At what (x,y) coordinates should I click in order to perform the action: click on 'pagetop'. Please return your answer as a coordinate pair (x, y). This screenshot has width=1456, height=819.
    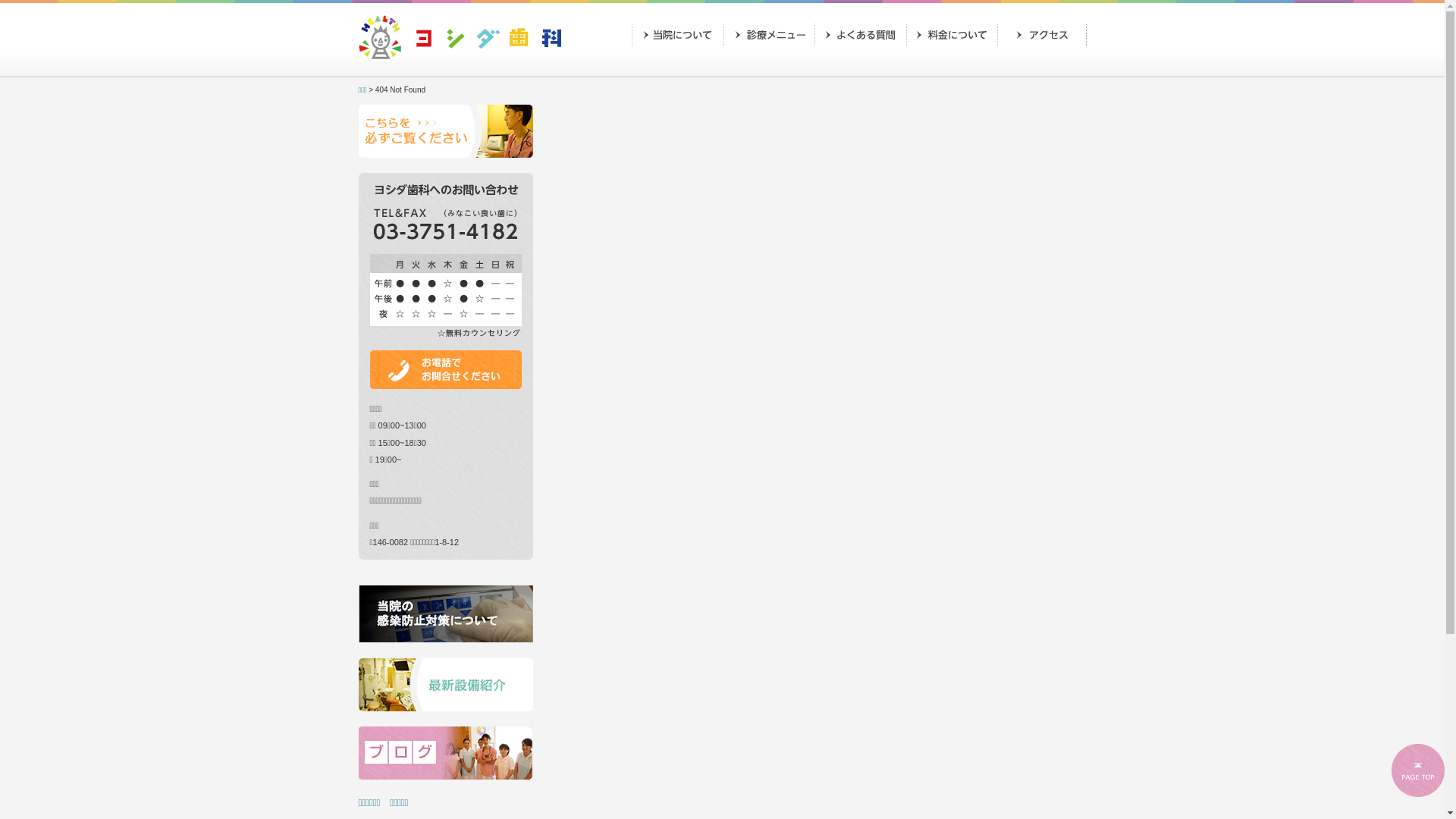
    Looking at the image, I should click on (1417, 770).